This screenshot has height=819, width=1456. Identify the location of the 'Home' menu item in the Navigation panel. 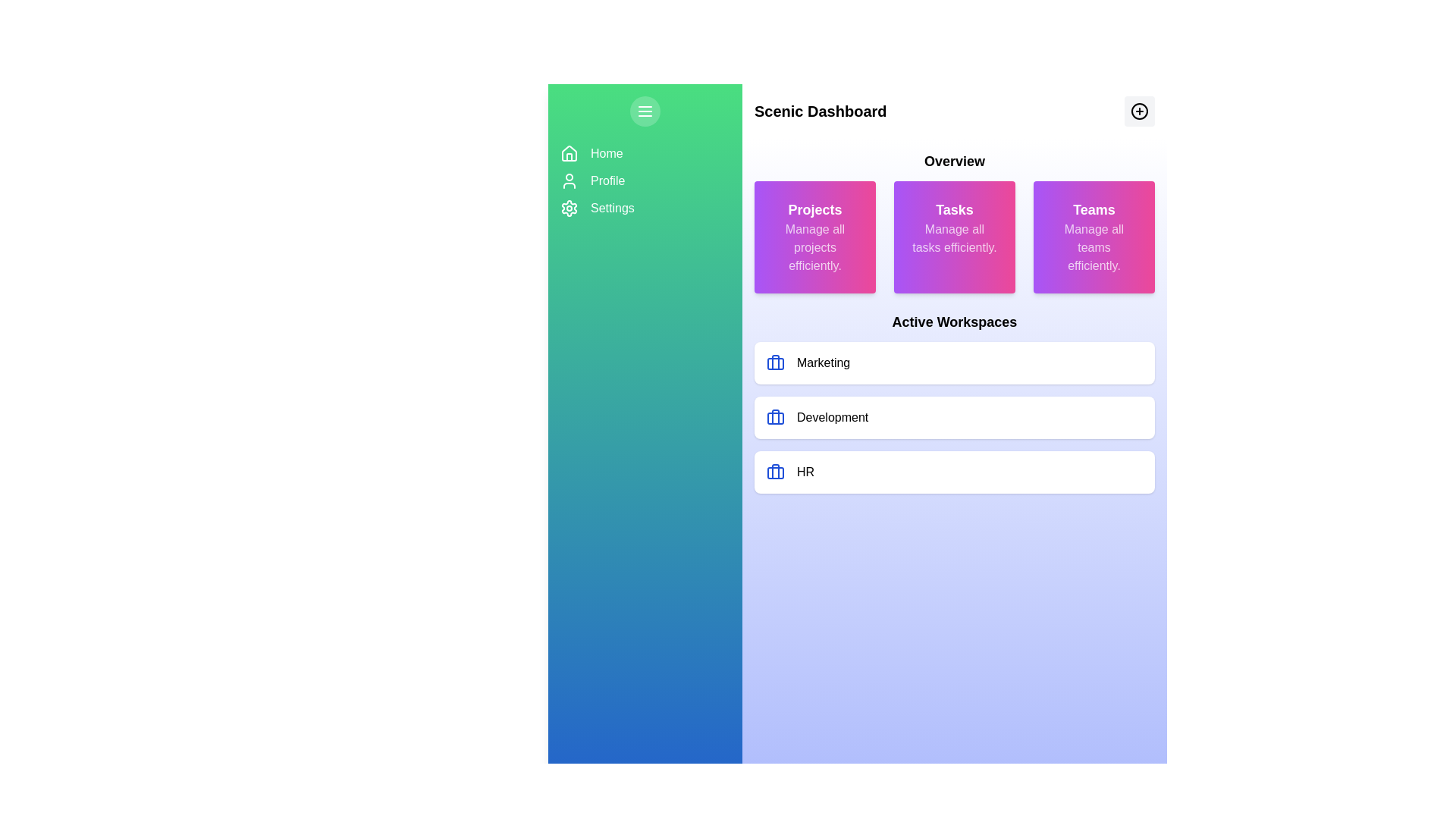
(645, 157).